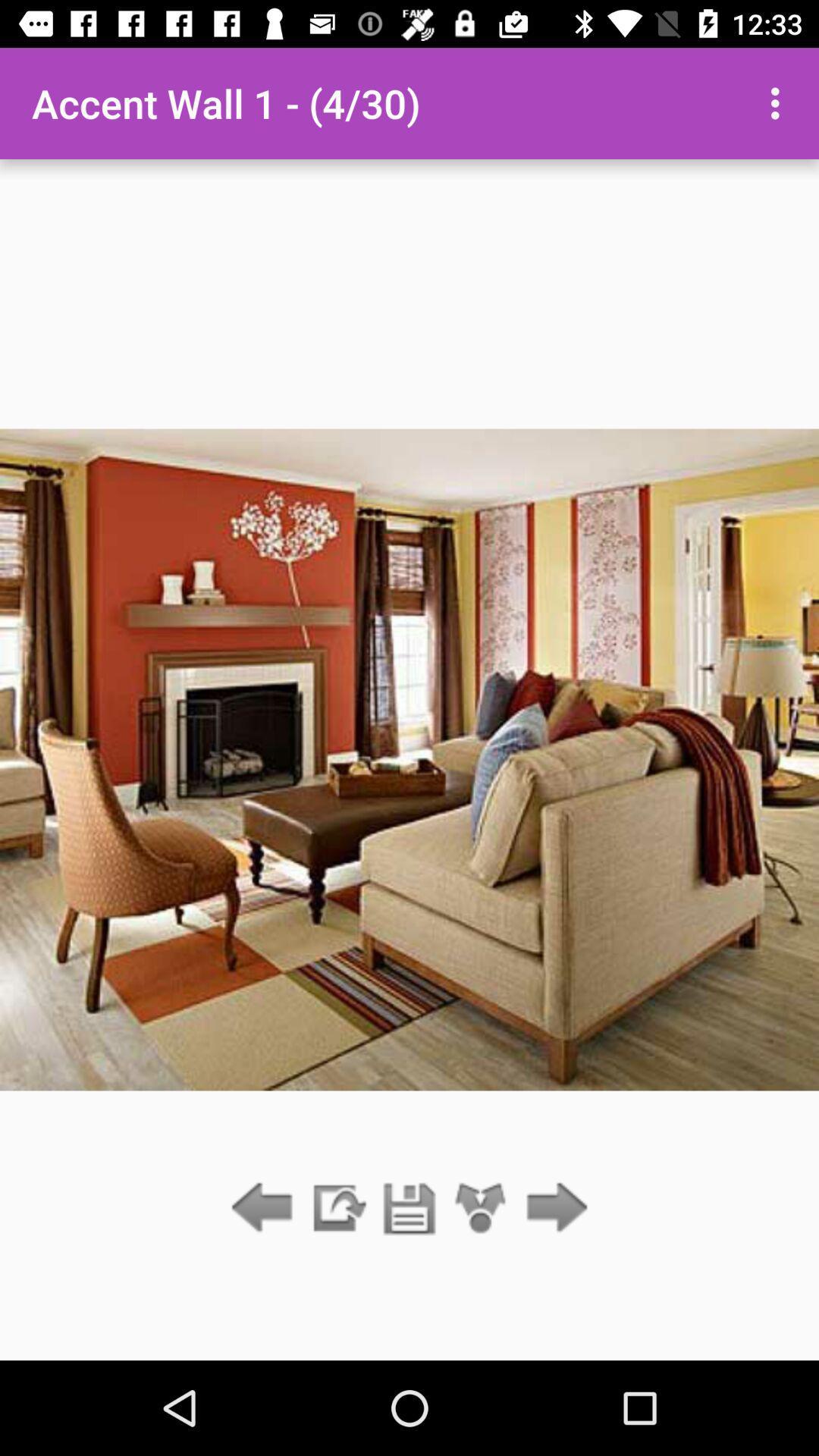  Describe the element at coordinates (265, 1208) in the screenshot. I see `previous screen` at that location.